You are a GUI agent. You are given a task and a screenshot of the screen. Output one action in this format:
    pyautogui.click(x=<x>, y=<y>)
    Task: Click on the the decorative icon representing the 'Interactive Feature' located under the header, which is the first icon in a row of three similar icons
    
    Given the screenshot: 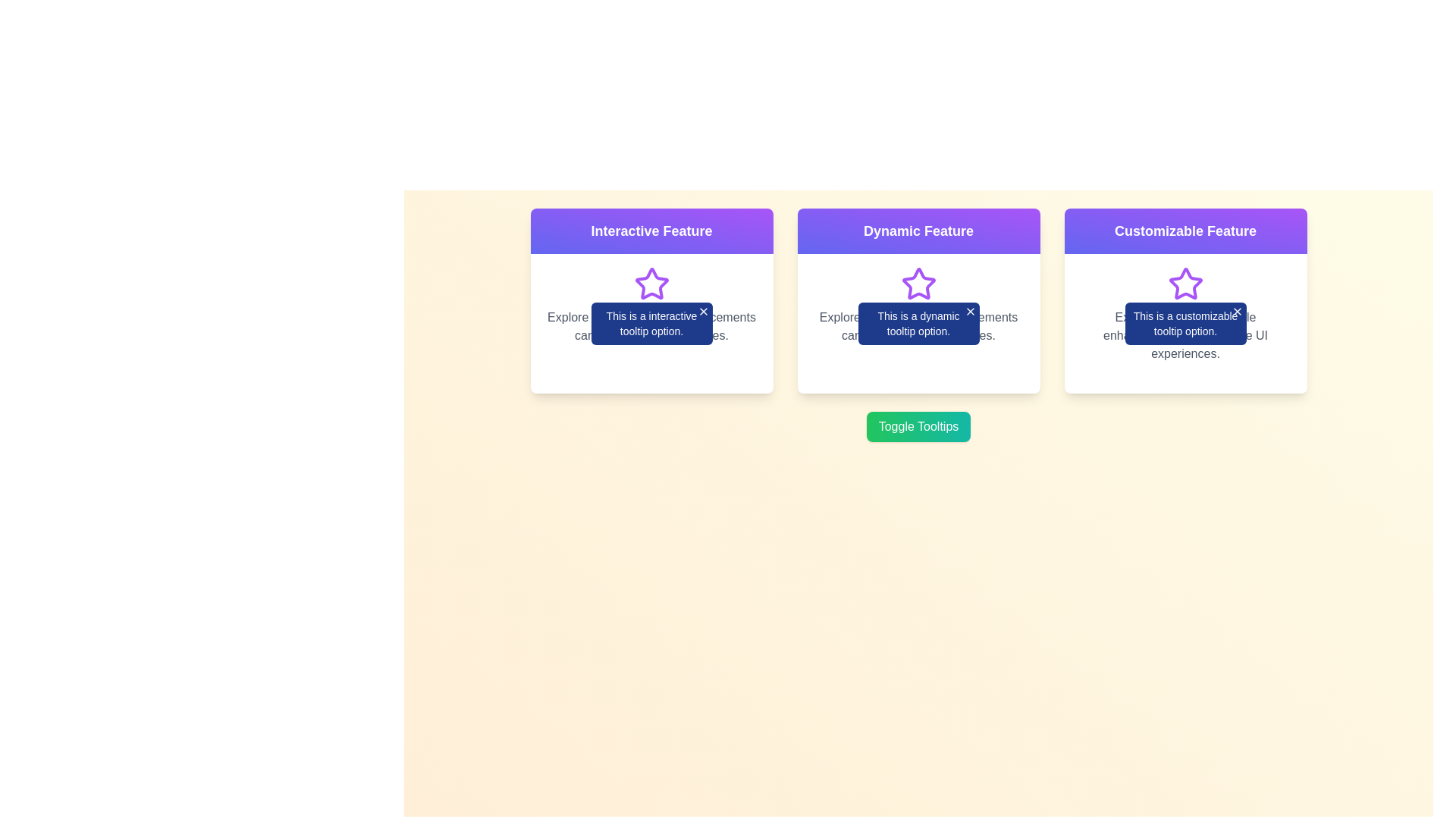 What is the action you would take?
    pyautogui.click(x=651, y=284)
    